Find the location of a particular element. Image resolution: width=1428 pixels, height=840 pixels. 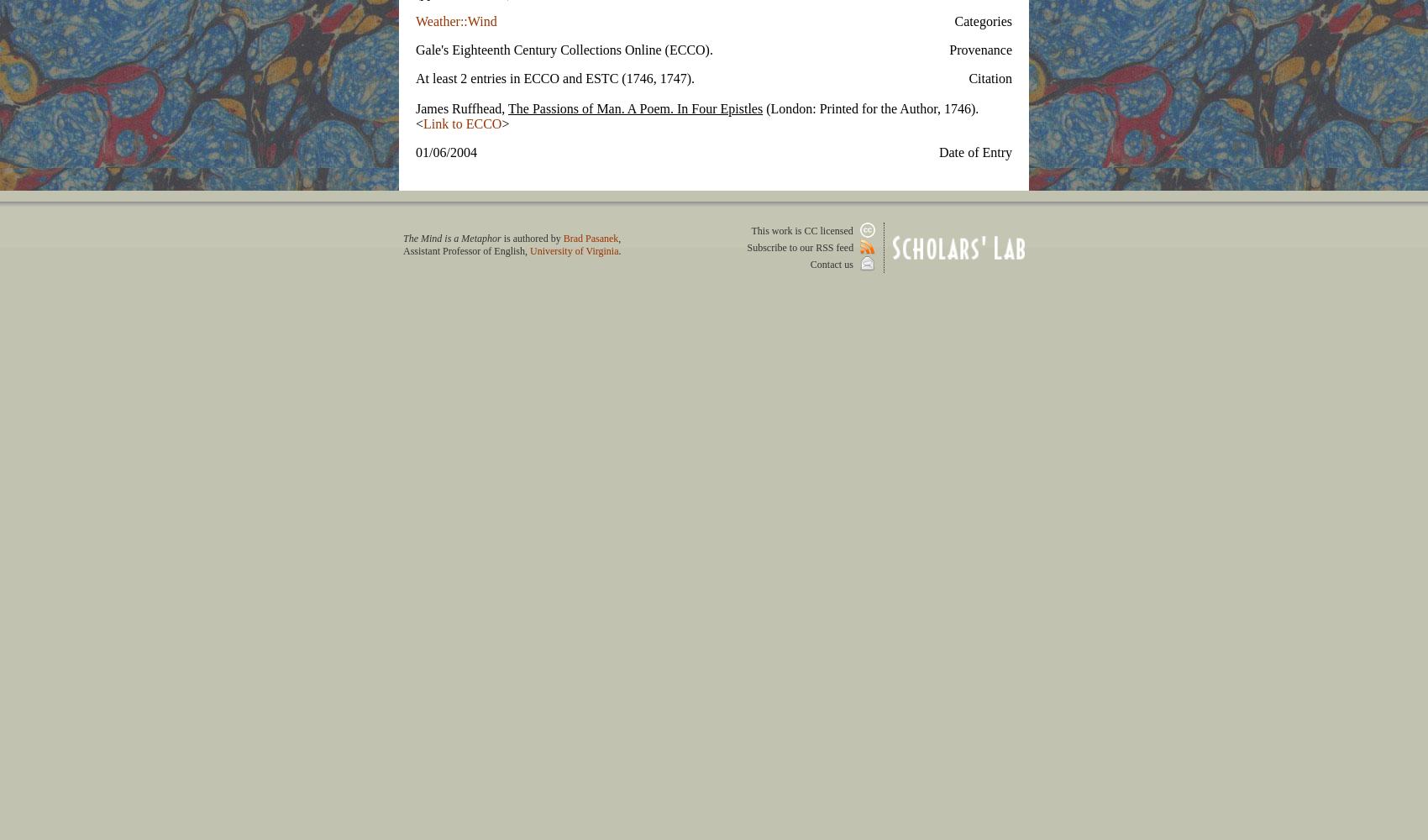

'.' is located at coordinates (619, 250).